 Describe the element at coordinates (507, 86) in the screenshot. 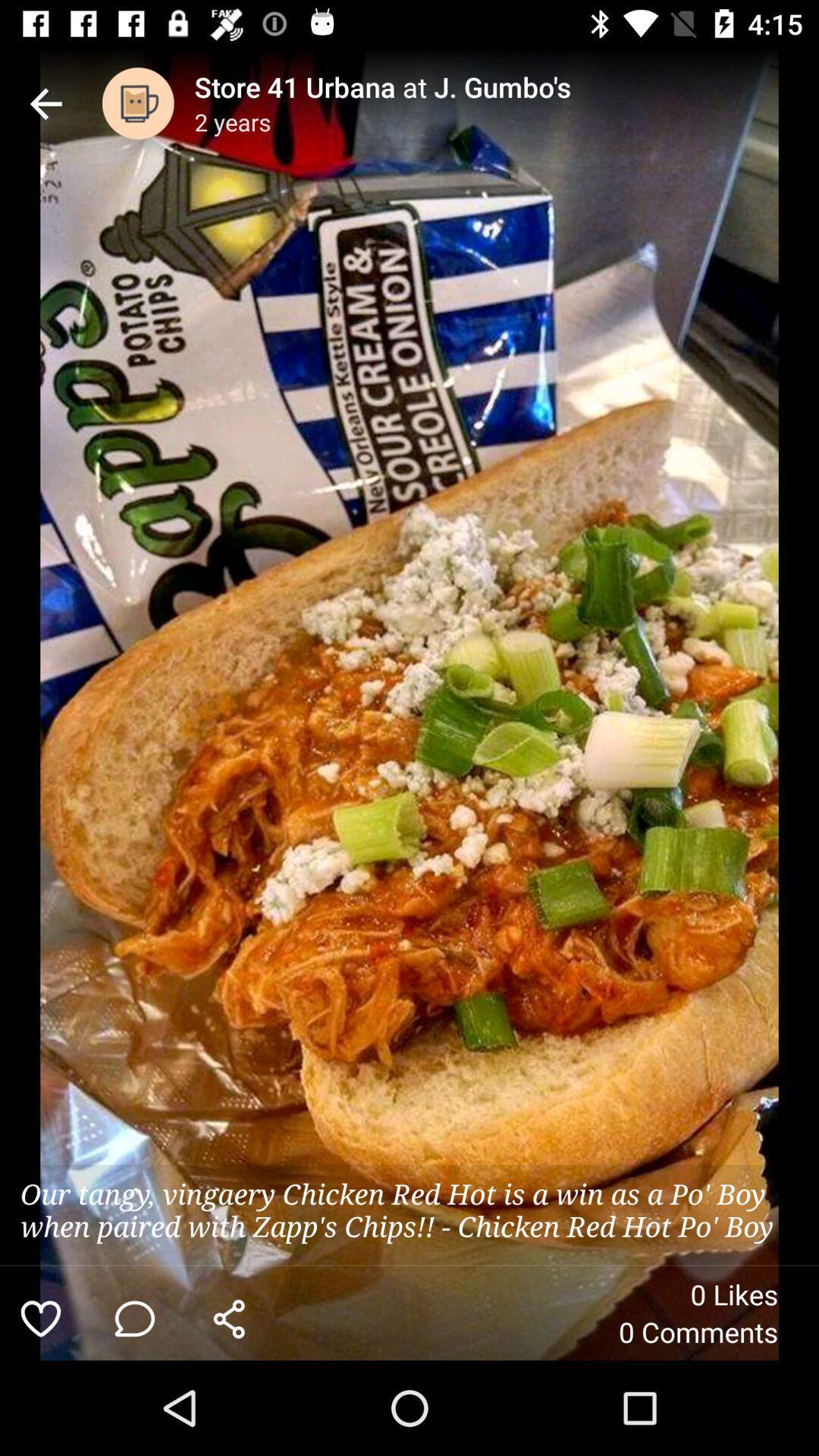

I see `item above 2 years item` at that location.